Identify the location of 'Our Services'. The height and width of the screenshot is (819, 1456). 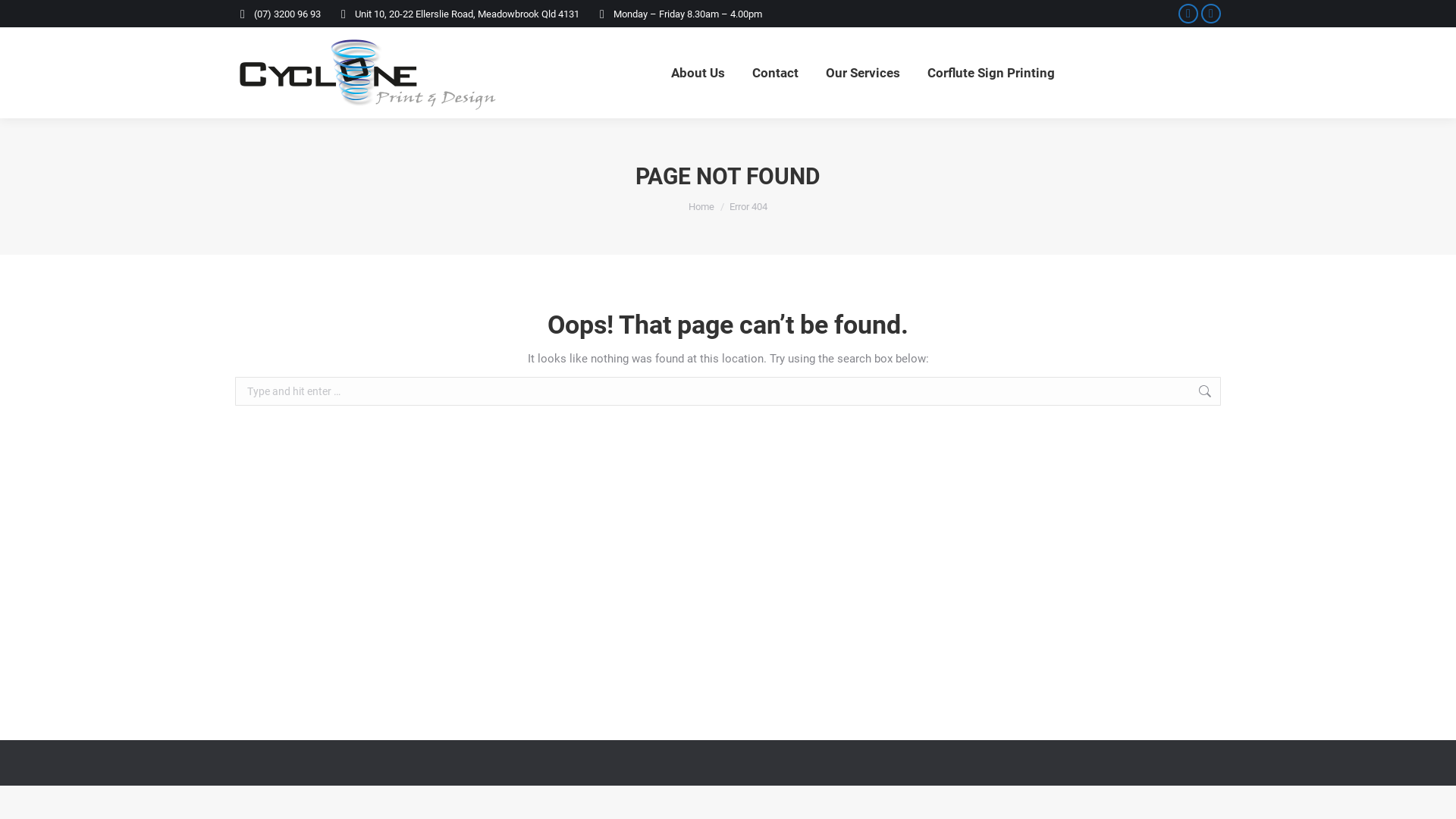
(862, 73).